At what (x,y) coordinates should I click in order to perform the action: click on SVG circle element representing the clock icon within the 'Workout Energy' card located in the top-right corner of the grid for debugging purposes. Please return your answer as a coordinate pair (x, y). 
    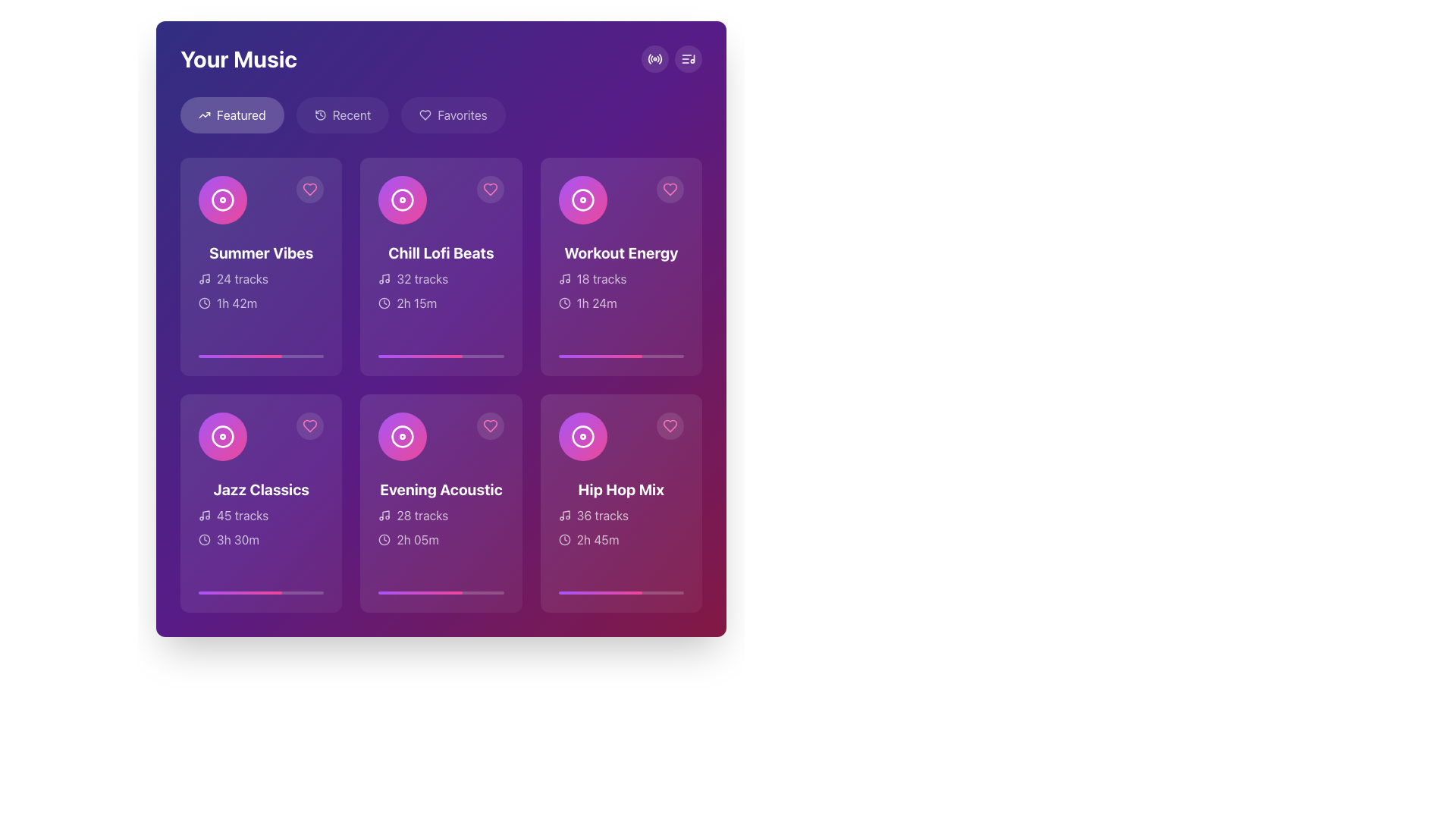
    Looking at the image, I should click on (563, 303).